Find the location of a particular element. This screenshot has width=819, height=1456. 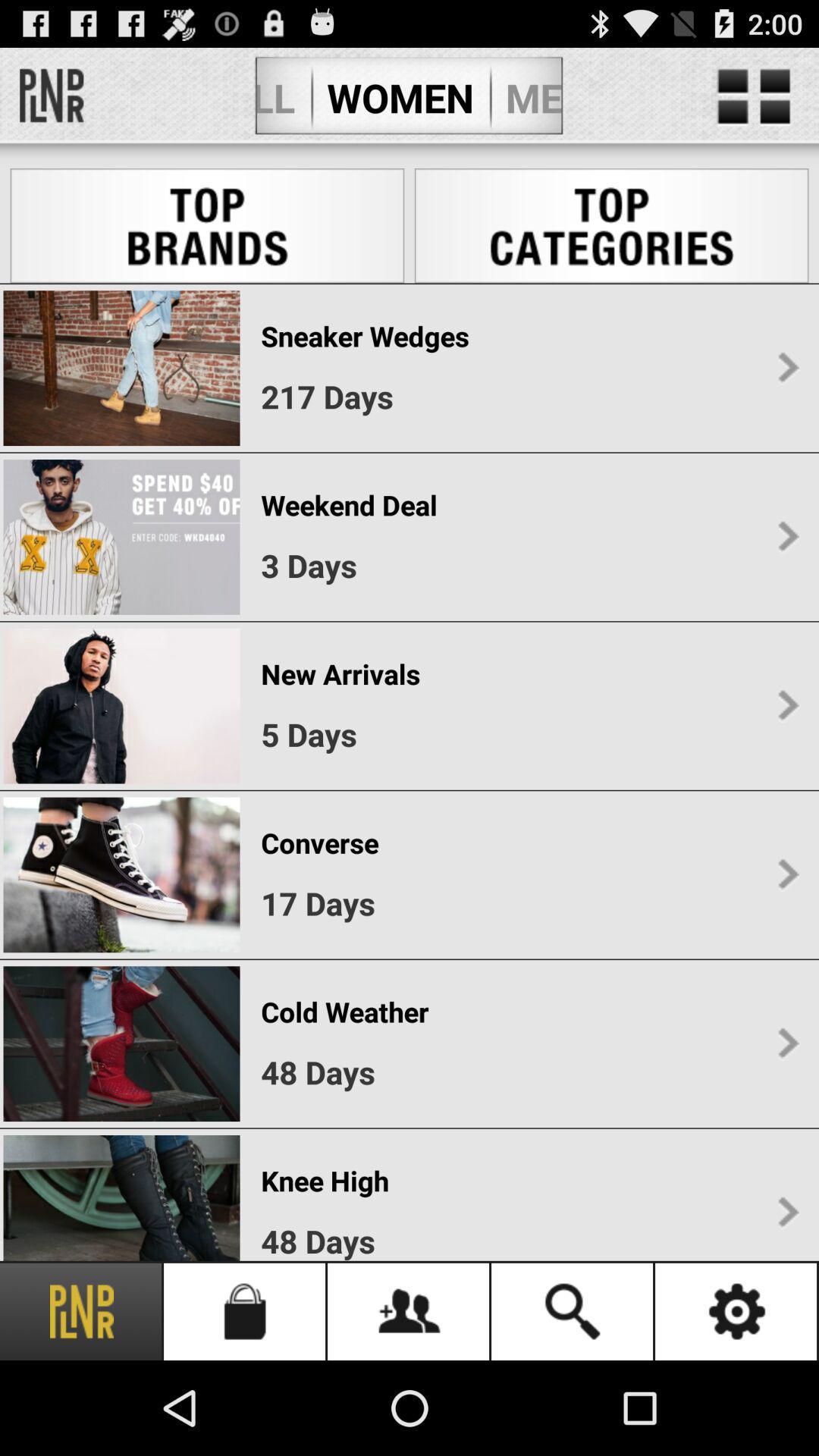

third image is located at coordinates (121, 705).